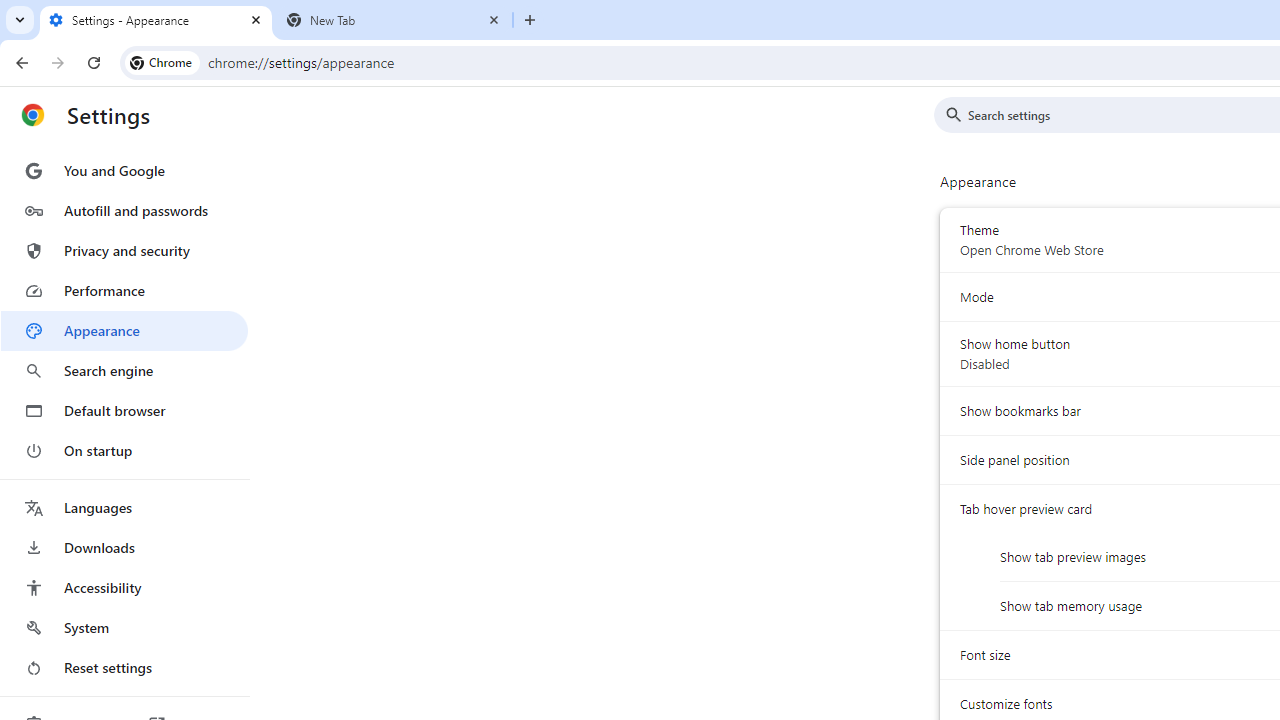 The width and height of the screenshot is (1280, 720). Describe the element at coordinates (123, 668) in the screenshot. I see `'Reset settings'` at that location.